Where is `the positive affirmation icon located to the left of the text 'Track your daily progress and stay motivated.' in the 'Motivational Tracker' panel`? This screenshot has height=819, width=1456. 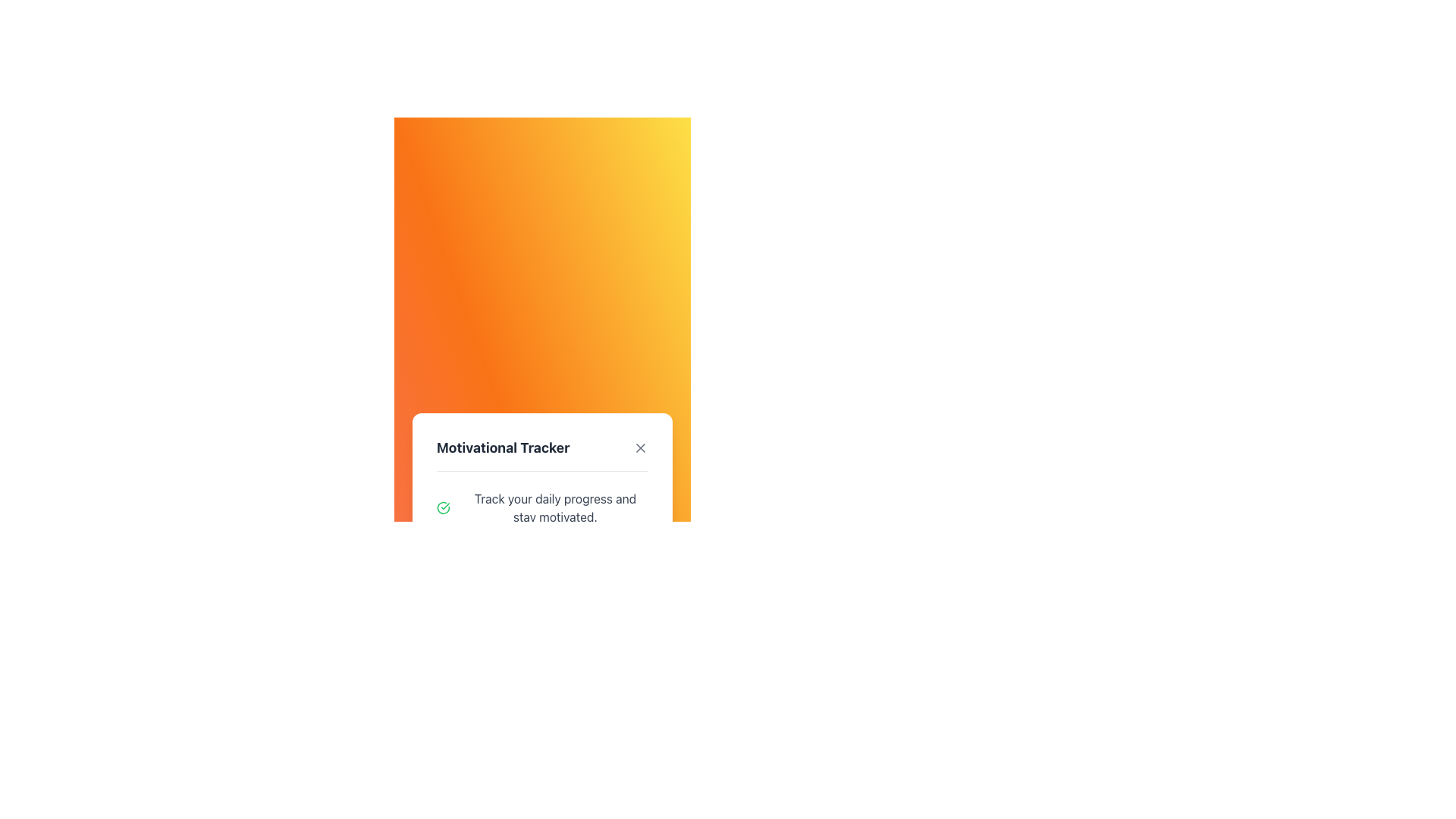 the positive affirmation icon located to the left of the text 'Track your daily progress and stay motivated.' in the 'Motivational Tracker' panel is located at coordinates (443, 507).